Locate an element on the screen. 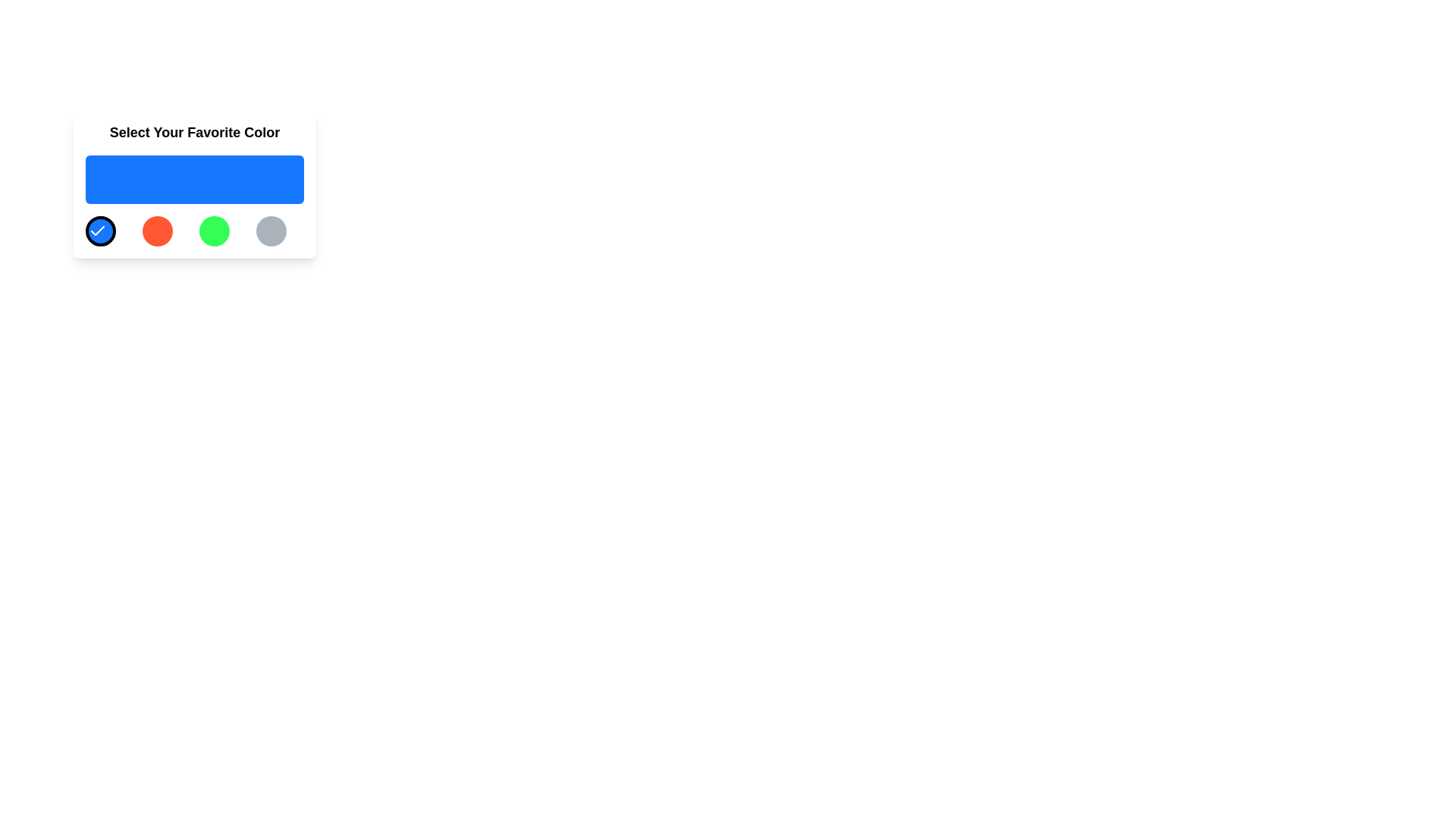  the vibrant green circular button located in the third position of a horizontal grid layout, between a red button on the left and a gray button on the right is located at coordinates (214, 231).